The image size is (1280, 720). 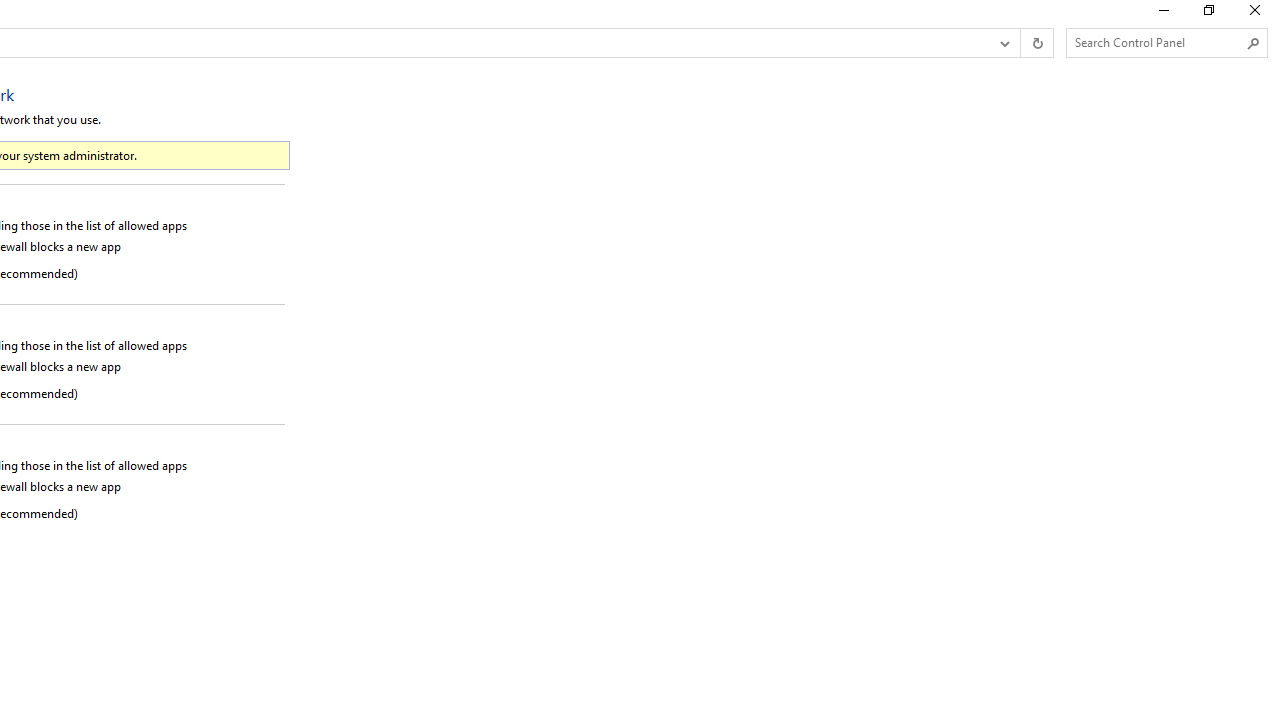 I want to click on 'Minimize', so click(x=1162, y=15).